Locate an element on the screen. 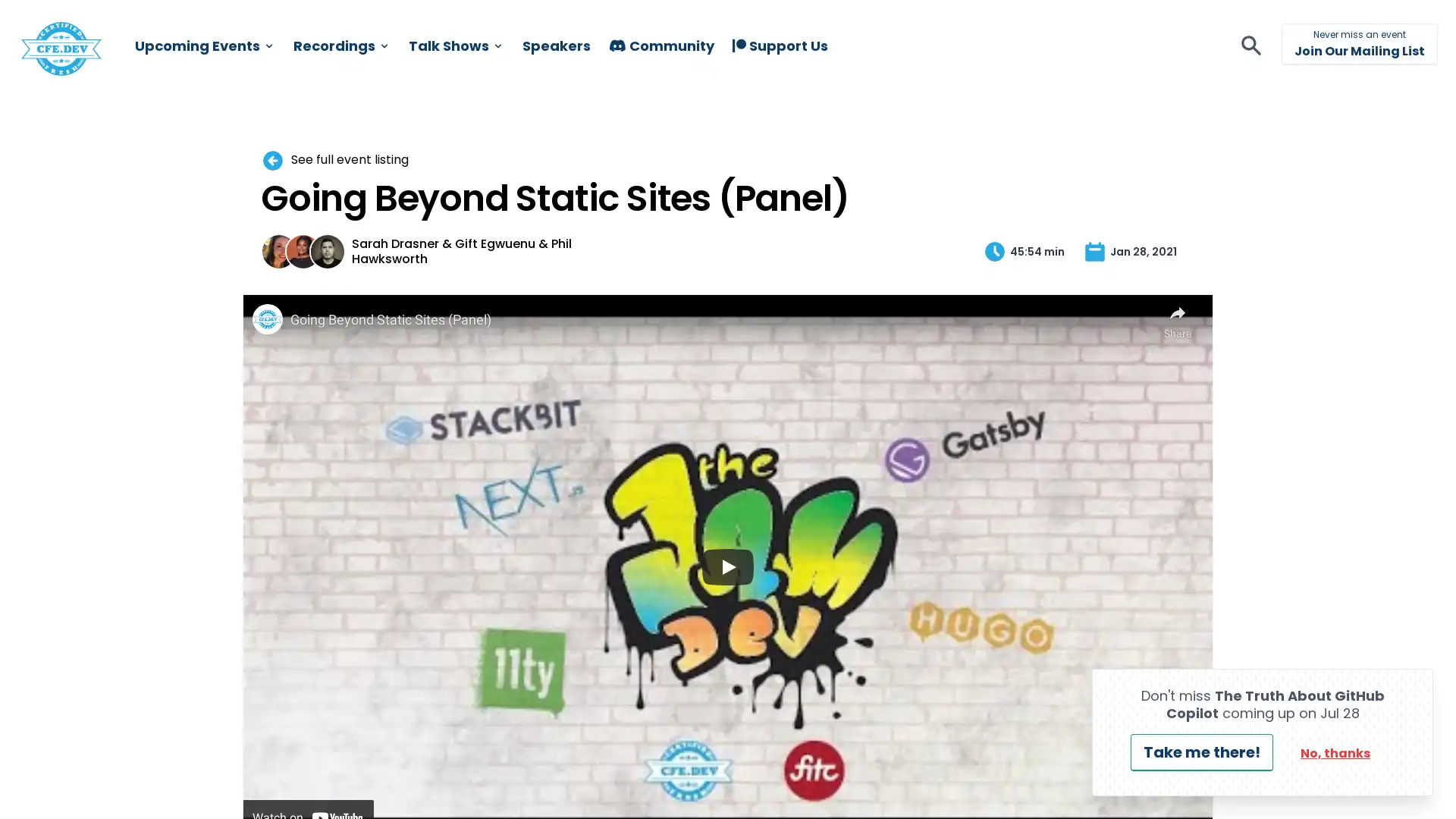  Toggle Search is located at coordinates (626, 65).